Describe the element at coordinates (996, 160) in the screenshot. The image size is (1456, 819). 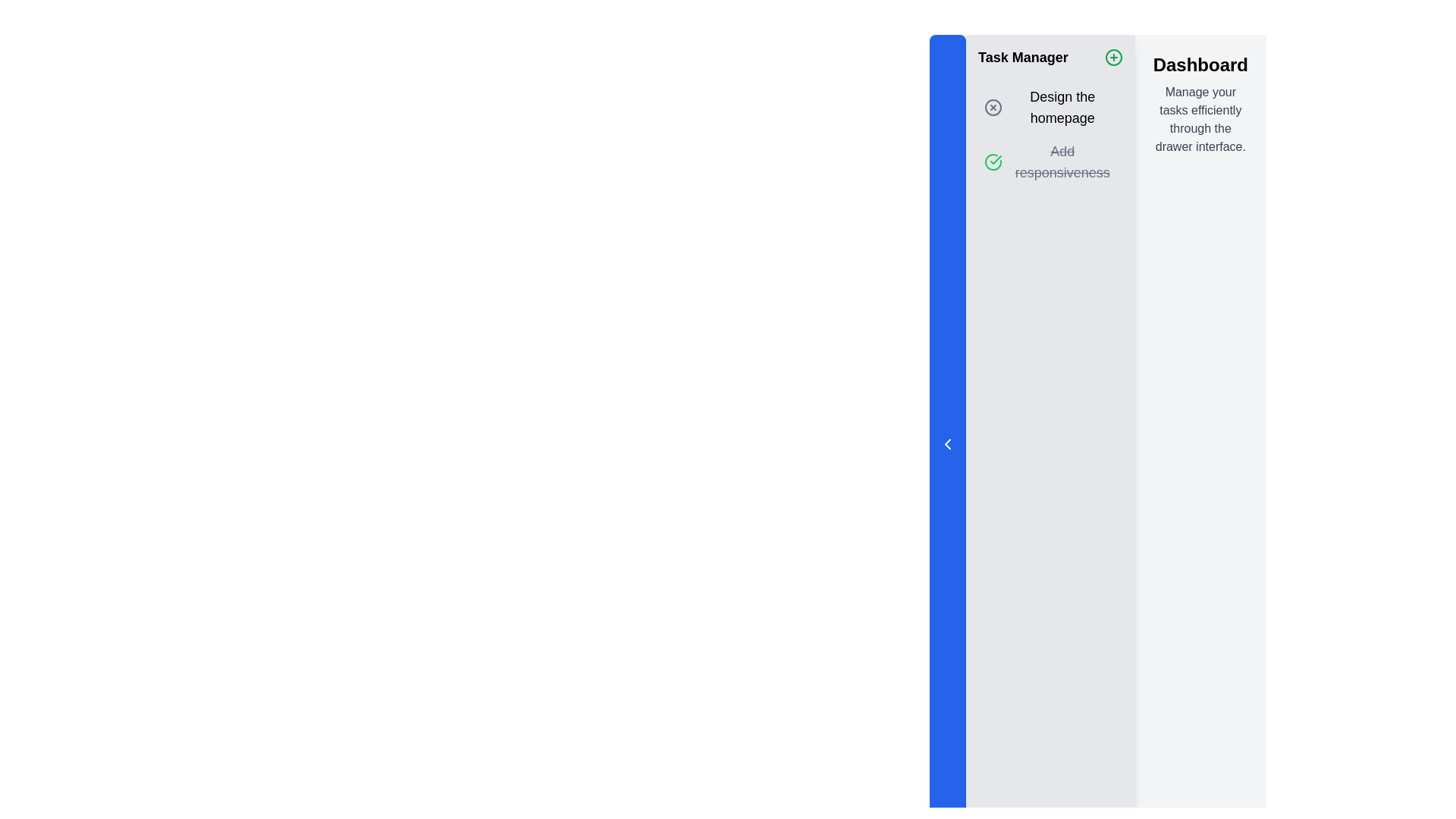
I see `completion status icon located in the second position of the task list, below the task titled 'Design the homepage', using the developer tools` at that location.